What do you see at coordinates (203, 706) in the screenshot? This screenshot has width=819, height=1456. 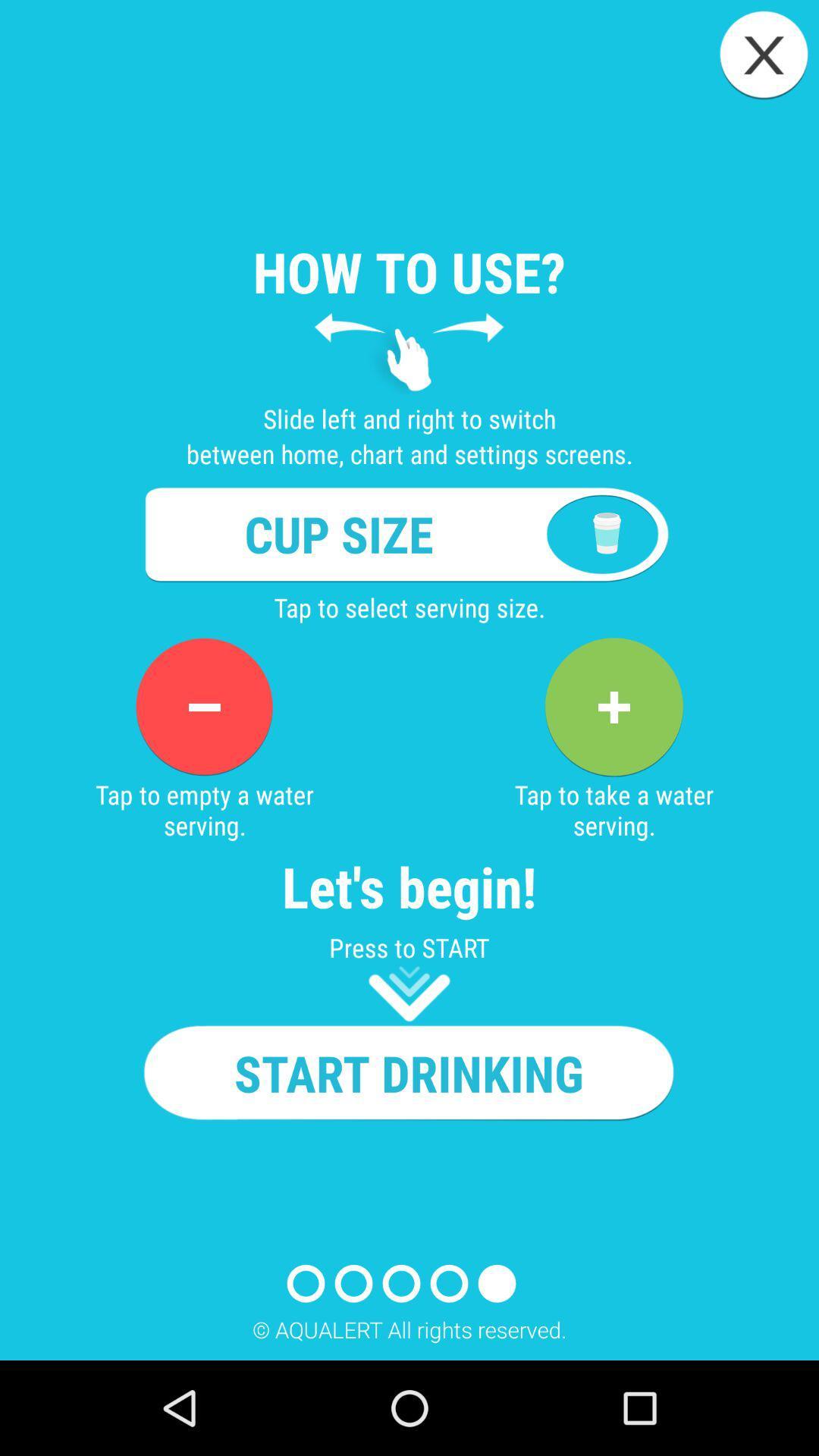 I see `the icon below tap to select item` at bounding box center [203, 706].